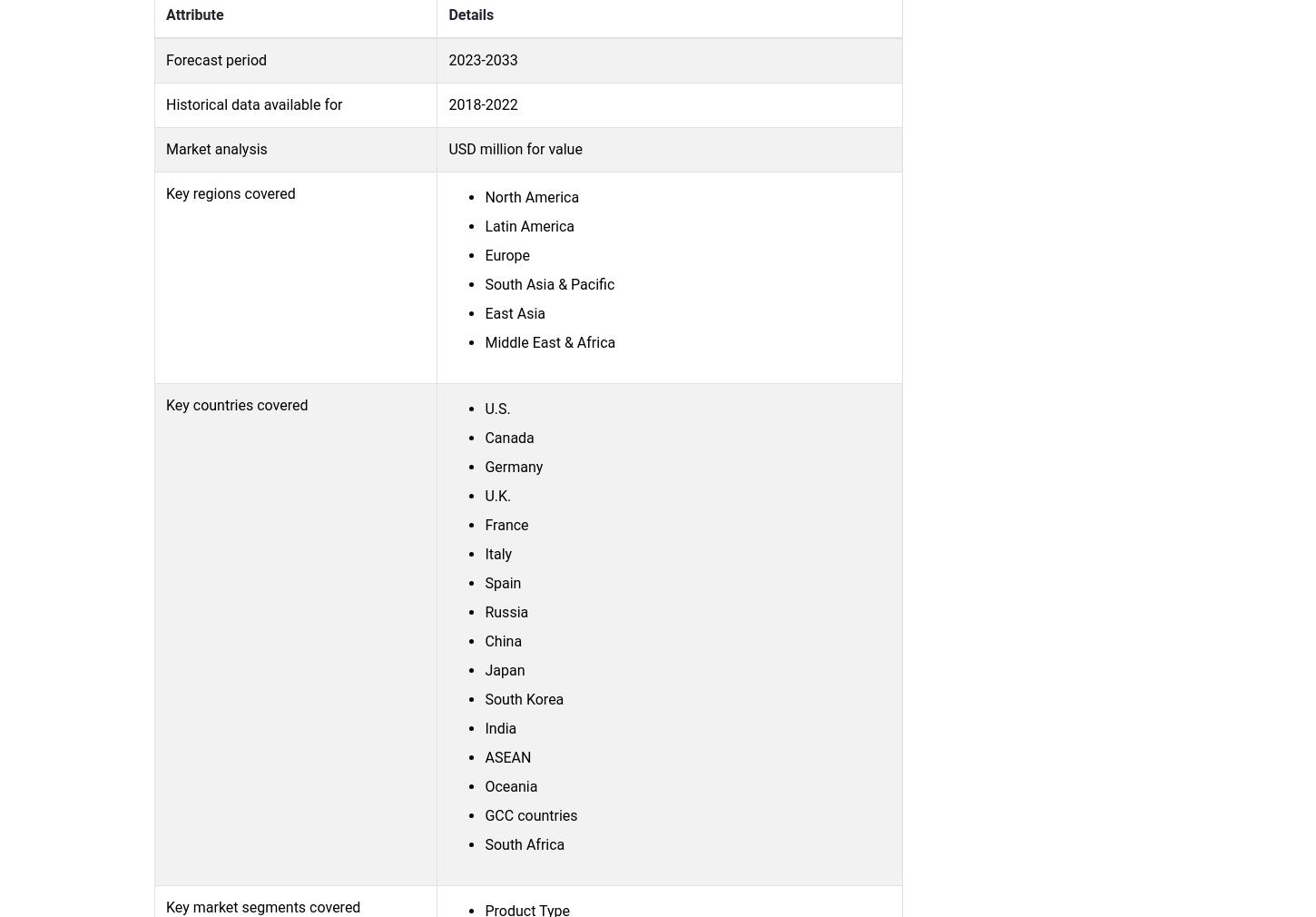 This screenshot has height=917, width=1316. I want to click on 'South Africa', so click(524, 843).